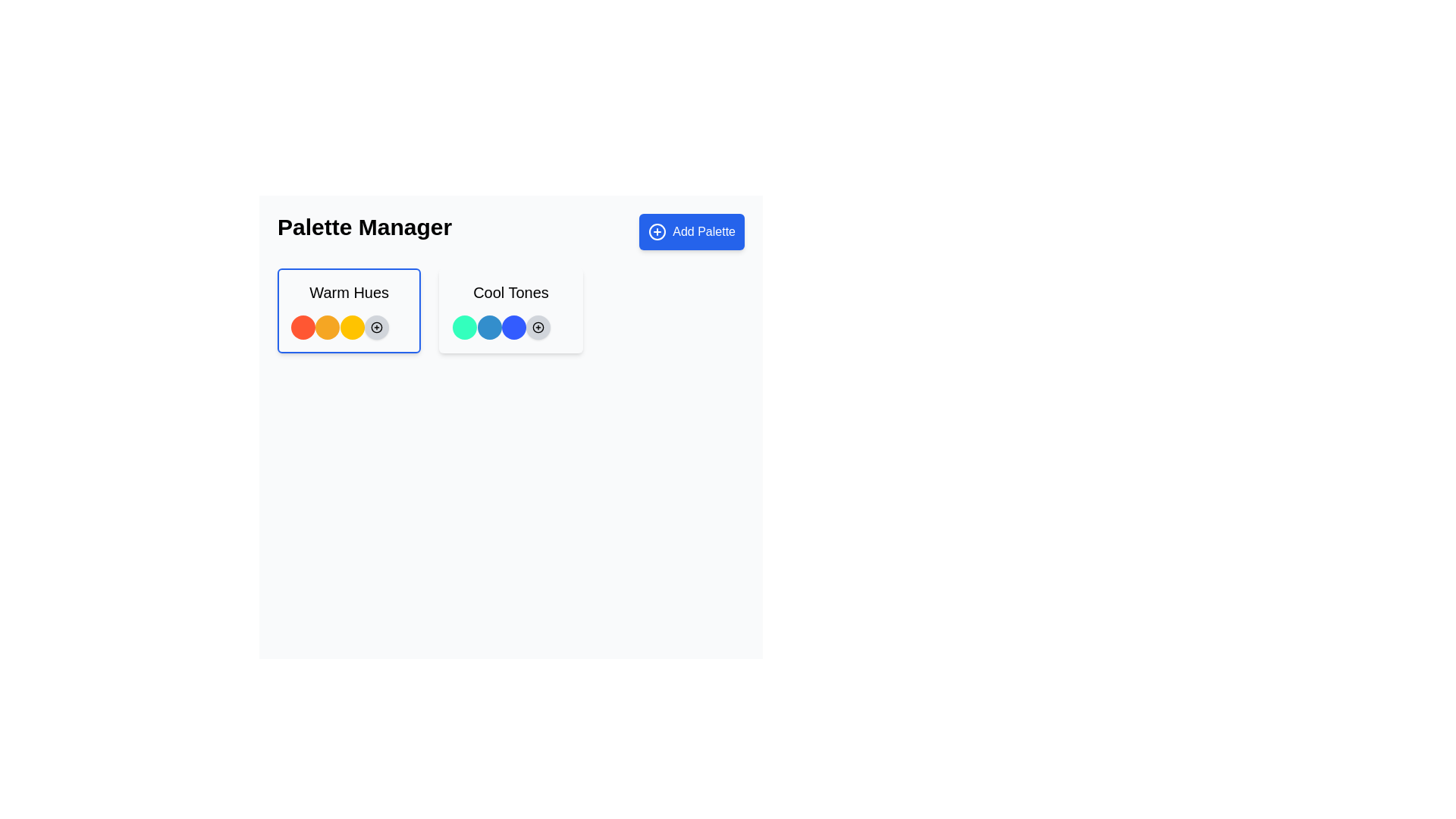 This screenshot has width=1456, height=819. What do you see at coordinates (657, 231) in the screenshot?
I see `the 'Add Palette' button, which is identified by its SVG circle icon positioned at the top-right corner of the interface` at bounding box center [657, 231].